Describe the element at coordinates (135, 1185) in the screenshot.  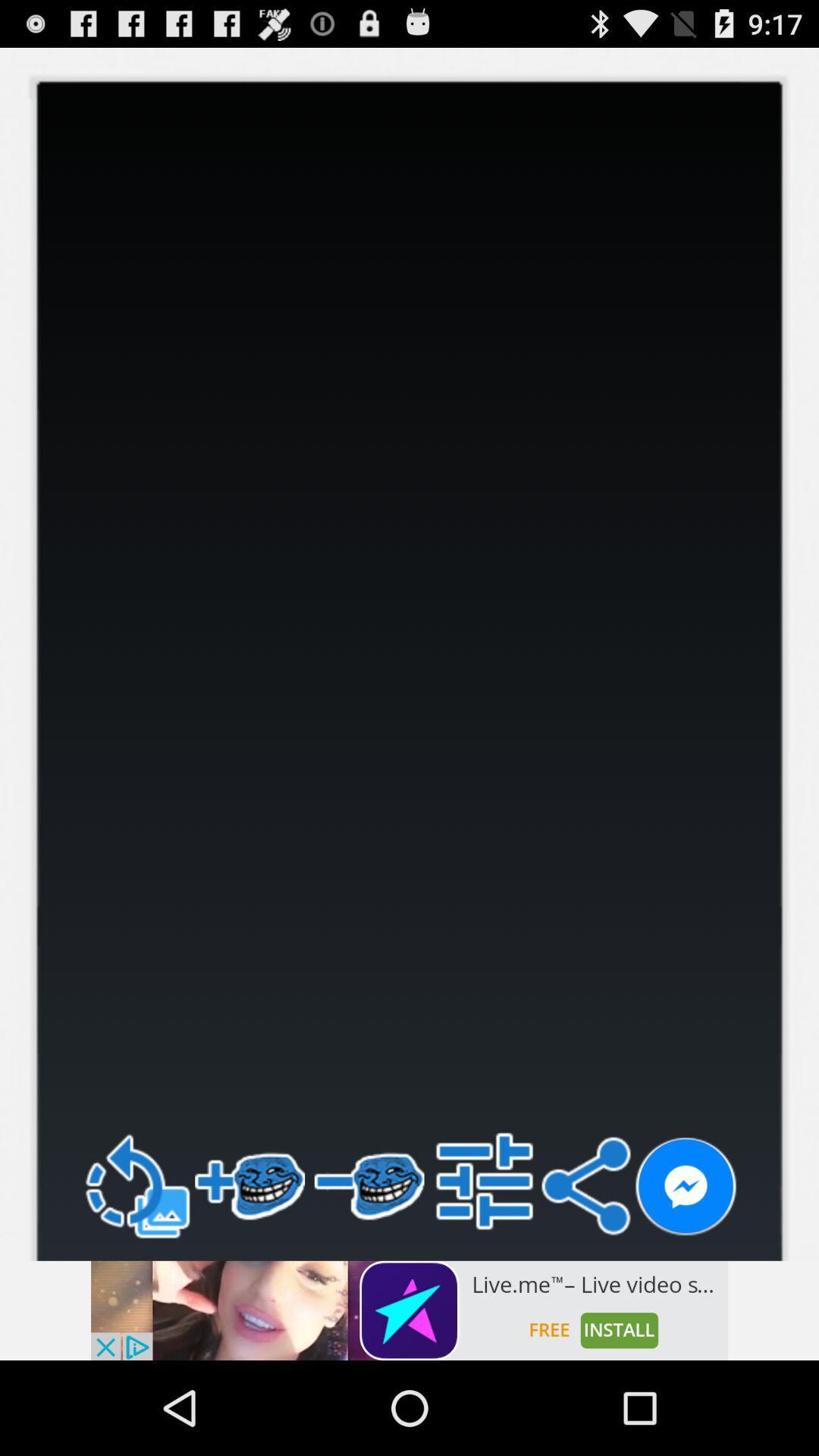
I see `go back` at that location.